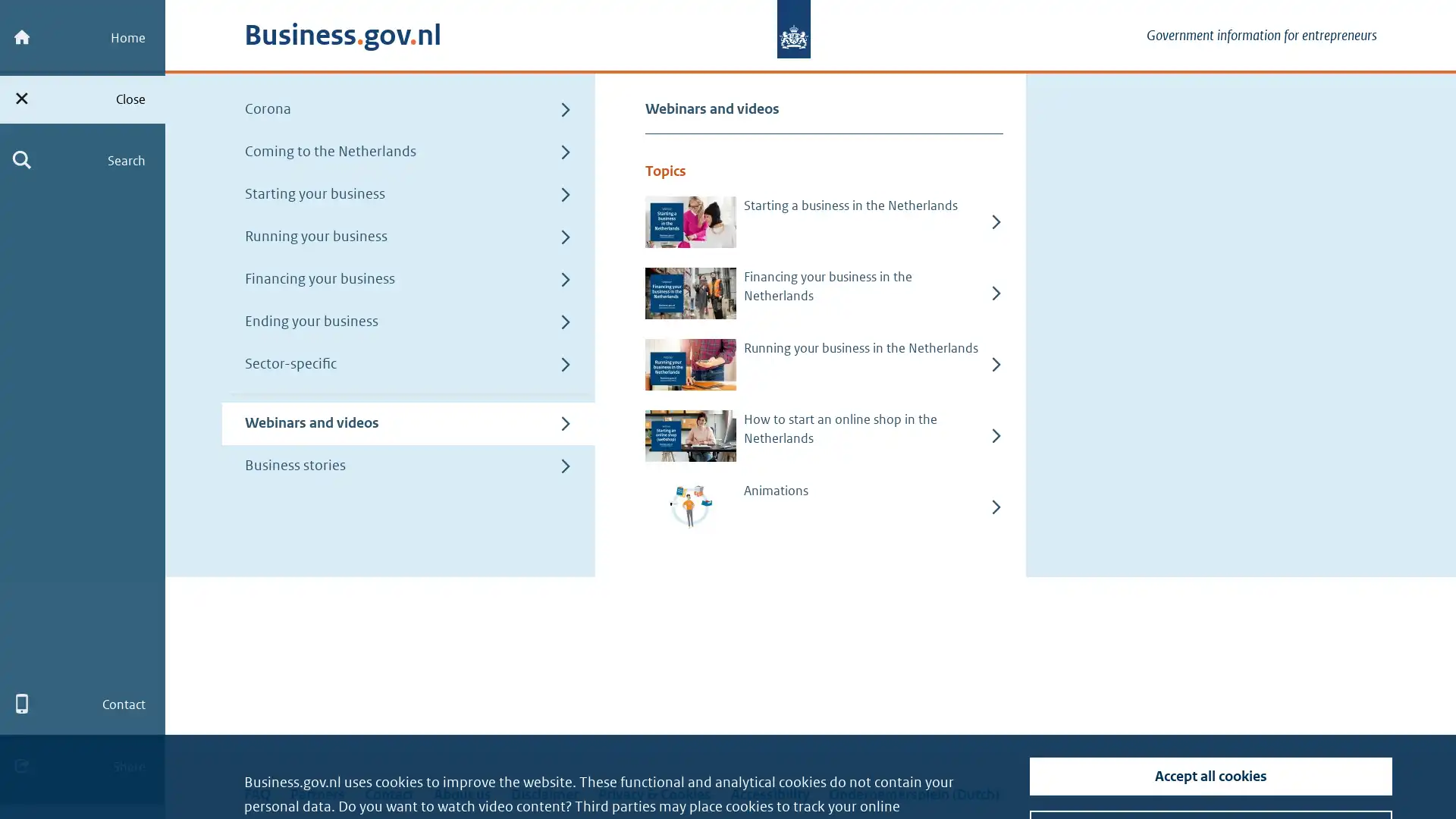 The width and height of the screenshot is (1456, 819). Describe the element at coordinates (1210, 716) in the screenshot. I see `Accept all cookies` at that location.